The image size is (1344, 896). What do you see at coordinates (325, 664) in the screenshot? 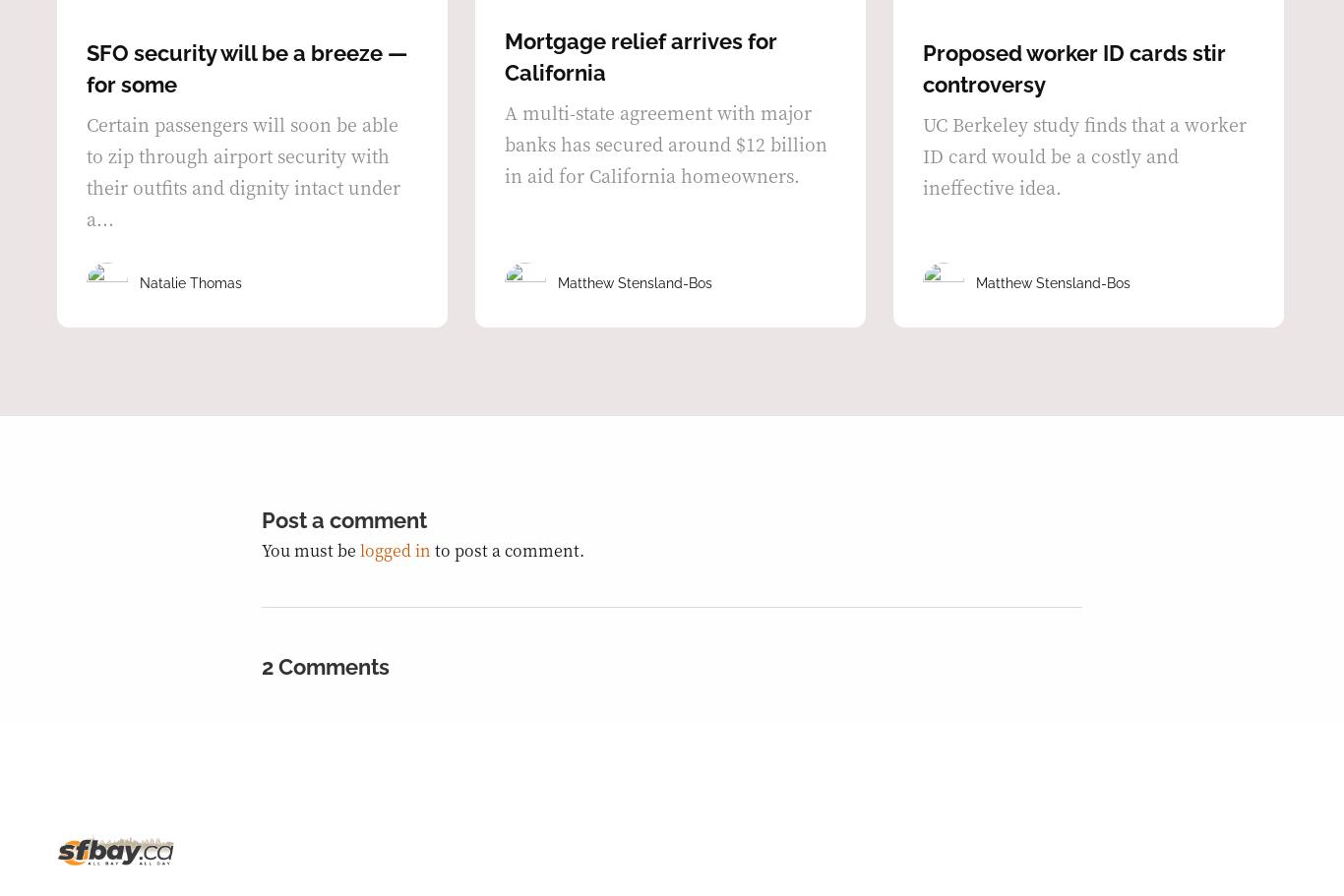
I see `'2 Comments'` at bounding box center [325, 664].